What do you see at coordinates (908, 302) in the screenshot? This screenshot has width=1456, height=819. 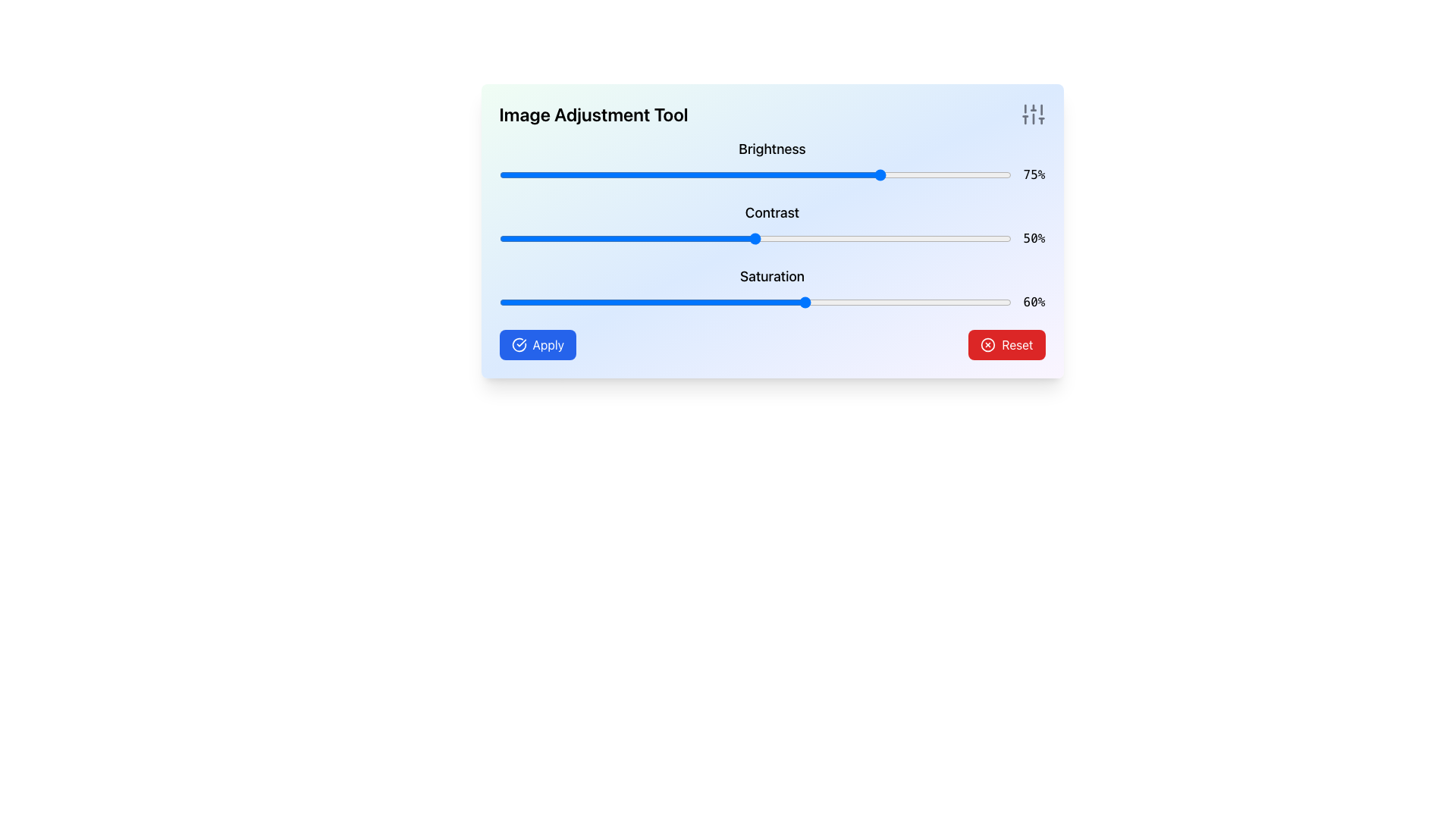 I see `the saturation` at bounding box center [908, 302].